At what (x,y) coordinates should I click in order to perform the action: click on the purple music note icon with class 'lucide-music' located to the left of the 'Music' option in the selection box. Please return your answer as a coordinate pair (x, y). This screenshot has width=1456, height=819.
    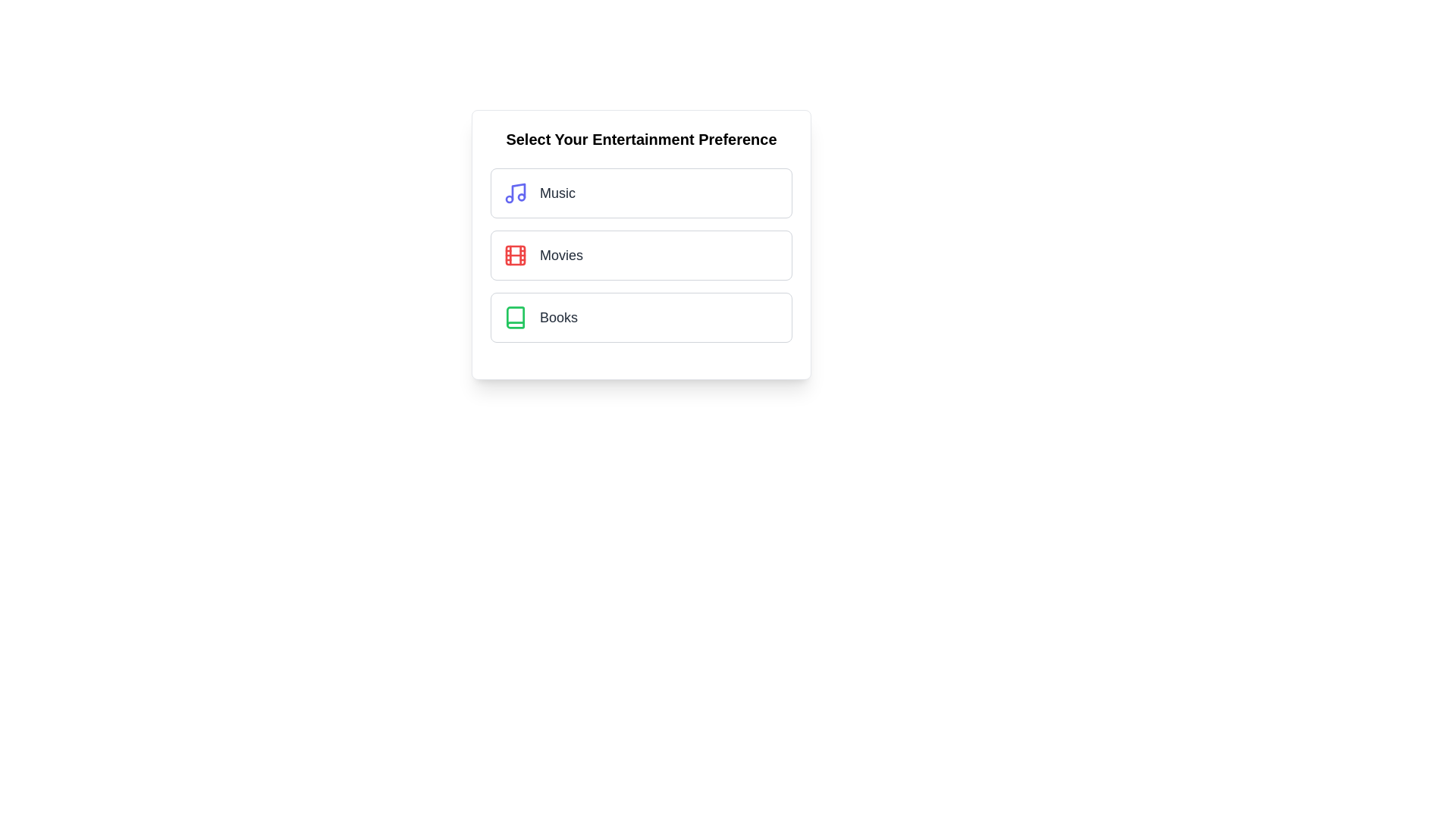
    Looking at the image, I should click on (516, 192).